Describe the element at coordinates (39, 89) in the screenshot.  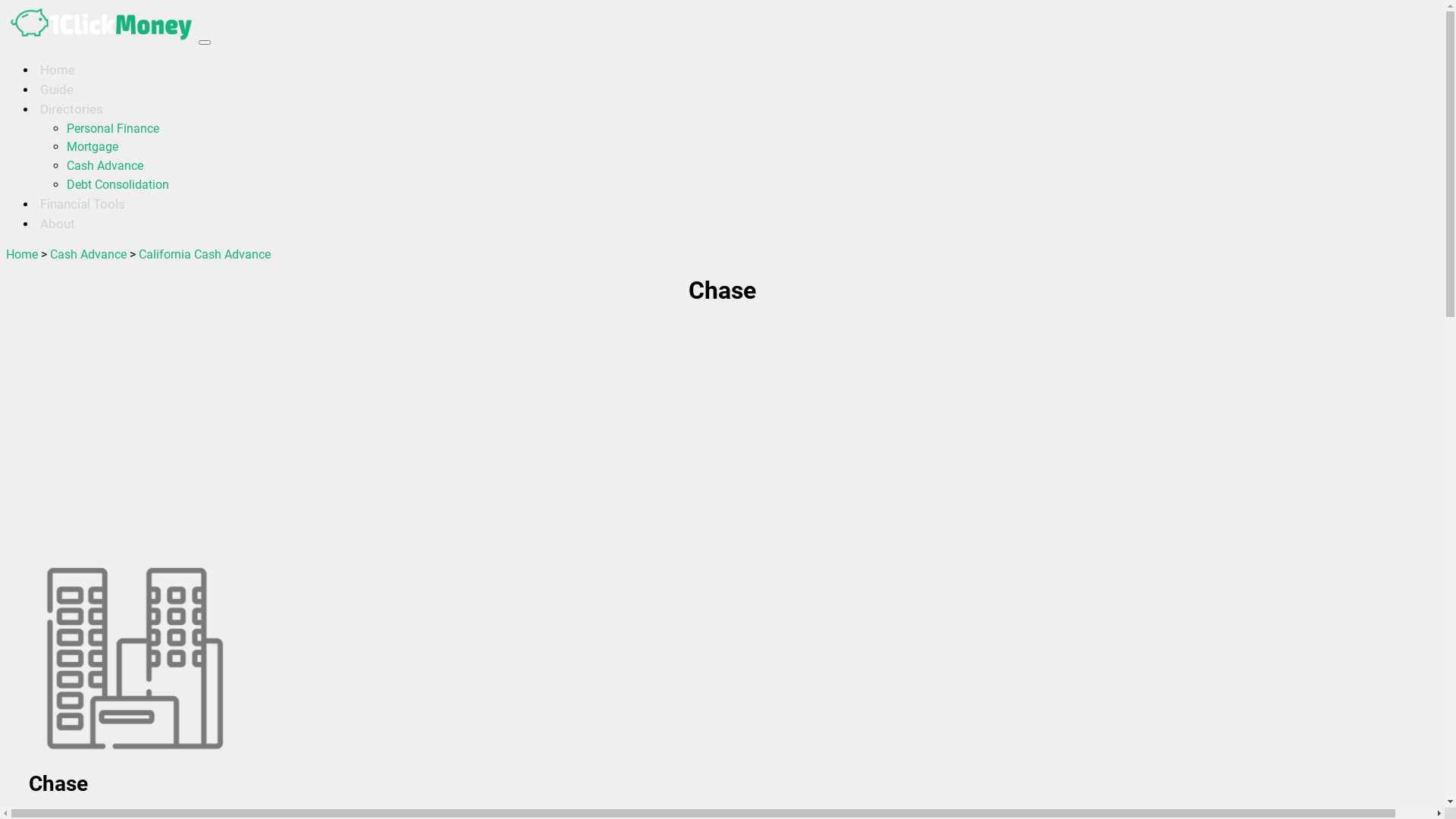
I see `'Guide'` at that location.